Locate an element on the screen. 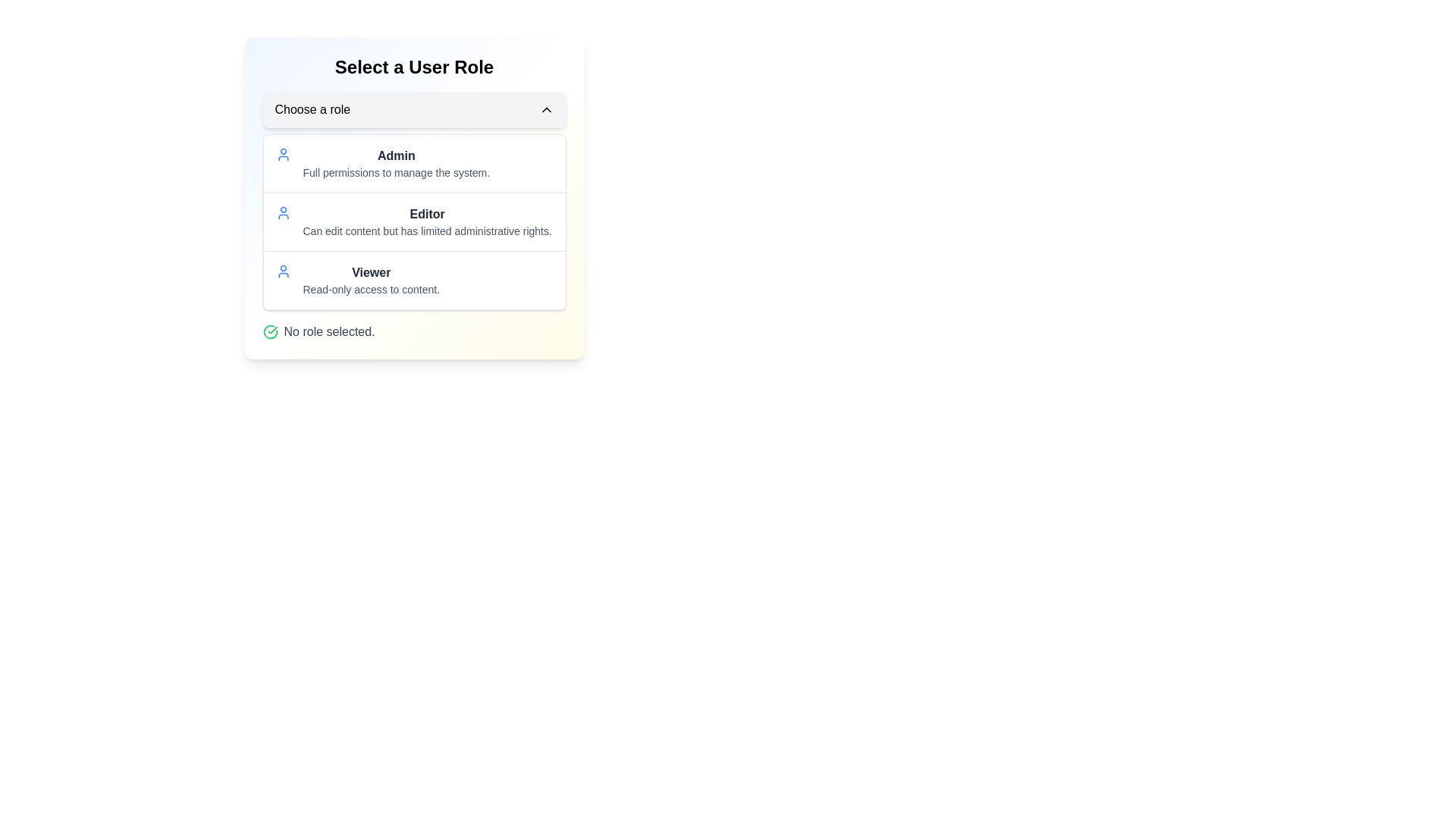 This screenshot has width=1456, height=819. text contained within the first role description block titled 'Admin.' which includes the subtitle 'Full permissions to manage the system.' is located at coordinates (396, 164).